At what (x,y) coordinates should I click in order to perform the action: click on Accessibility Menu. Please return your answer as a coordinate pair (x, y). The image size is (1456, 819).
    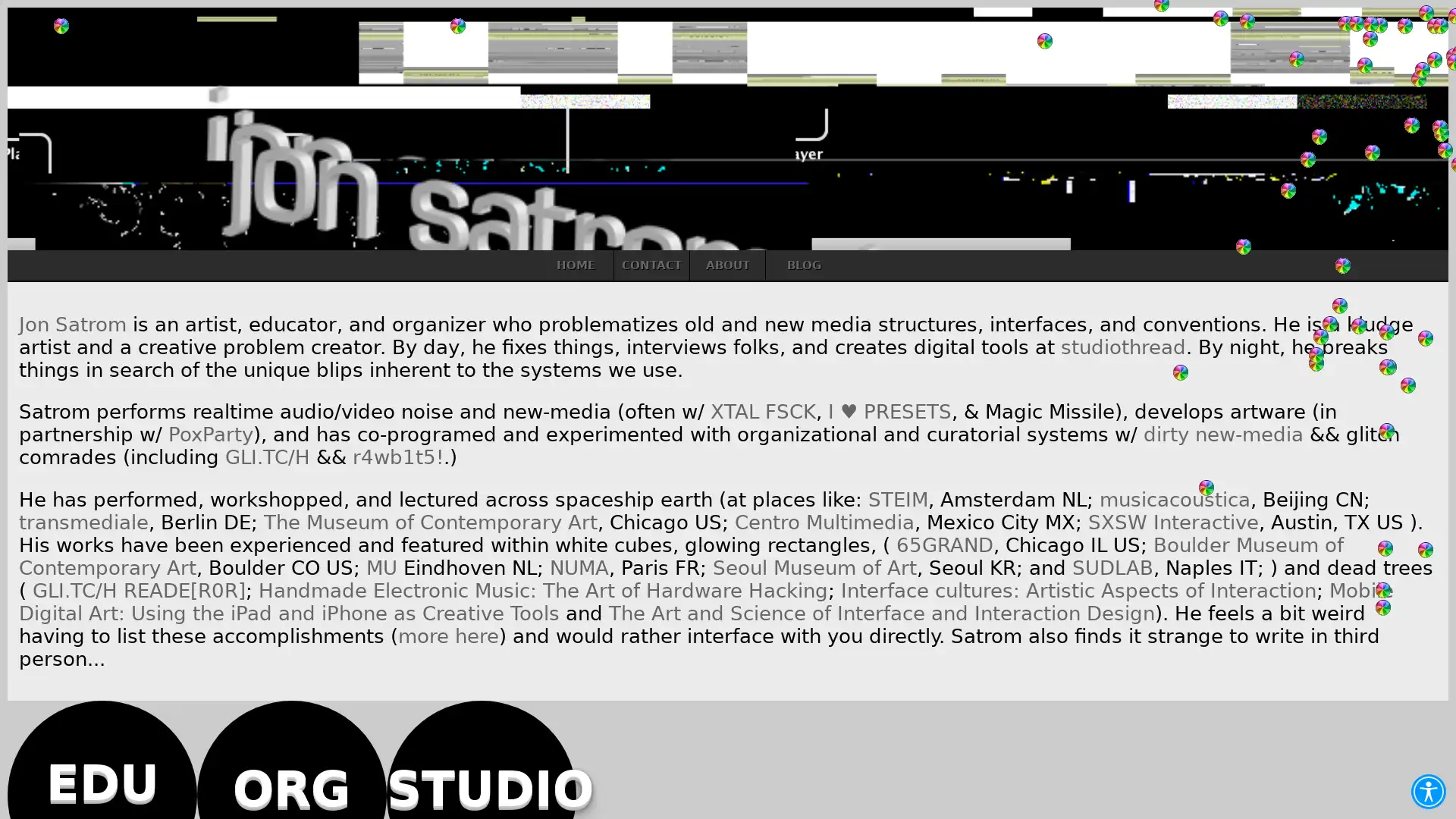
    Looking at the image, I should click on (1427, 791).